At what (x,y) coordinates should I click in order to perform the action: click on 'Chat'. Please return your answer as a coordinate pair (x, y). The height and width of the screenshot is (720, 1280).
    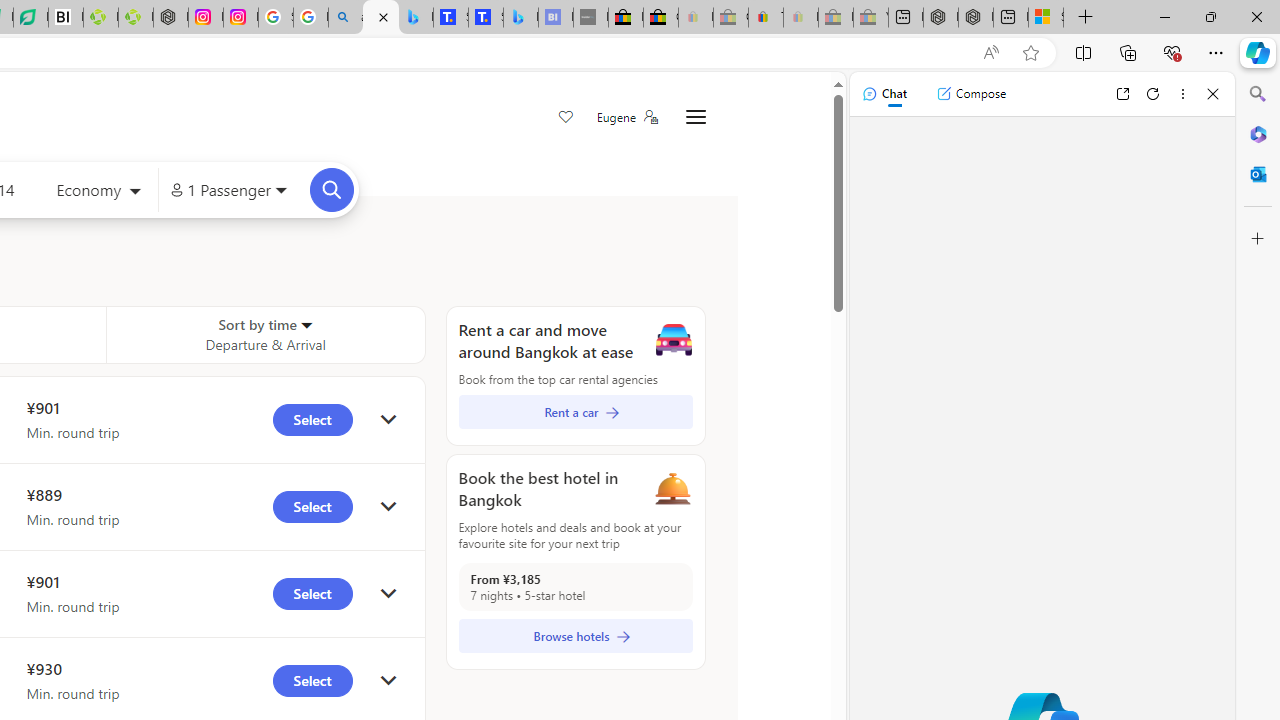
    Looking at the image, I should click on (883, 93).